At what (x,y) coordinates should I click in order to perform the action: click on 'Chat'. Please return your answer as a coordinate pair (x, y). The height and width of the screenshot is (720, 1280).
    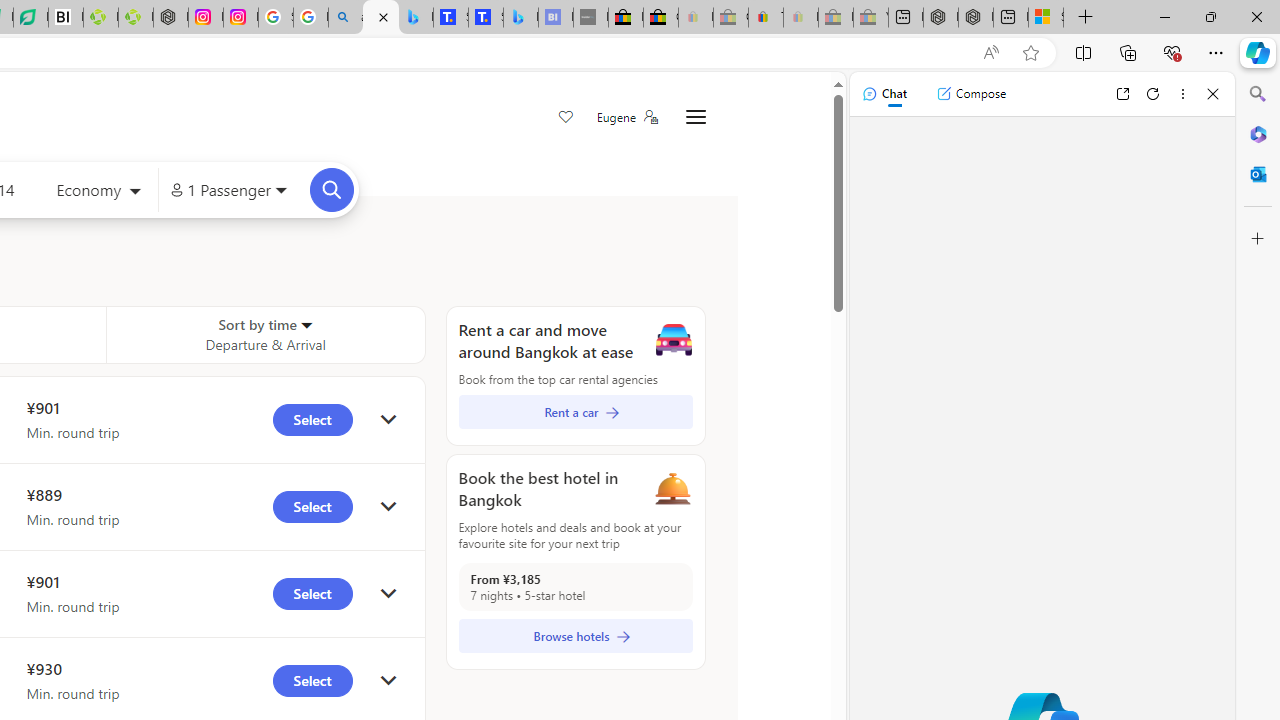
    Looking at the image, I should click on (883, 93).